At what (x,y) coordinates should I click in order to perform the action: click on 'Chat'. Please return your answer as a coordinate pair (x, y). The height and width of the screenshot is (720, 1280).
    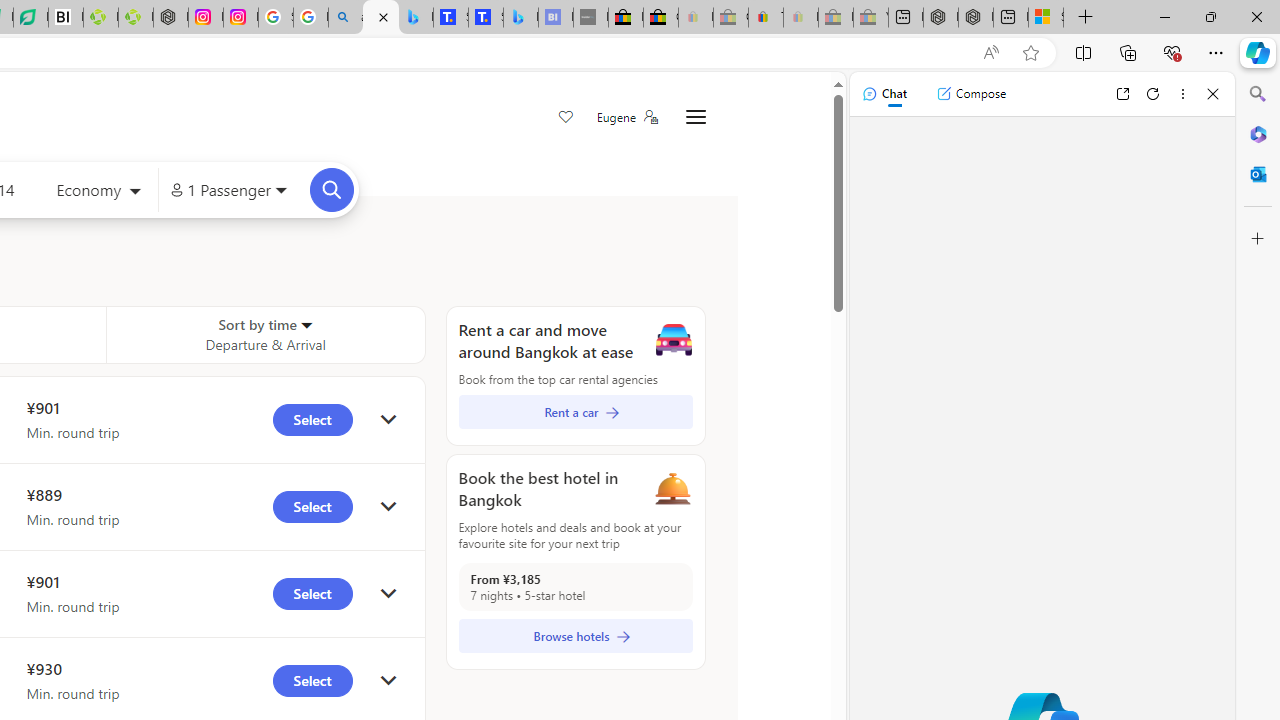
    Looking at the image, I should click on (883, 93).